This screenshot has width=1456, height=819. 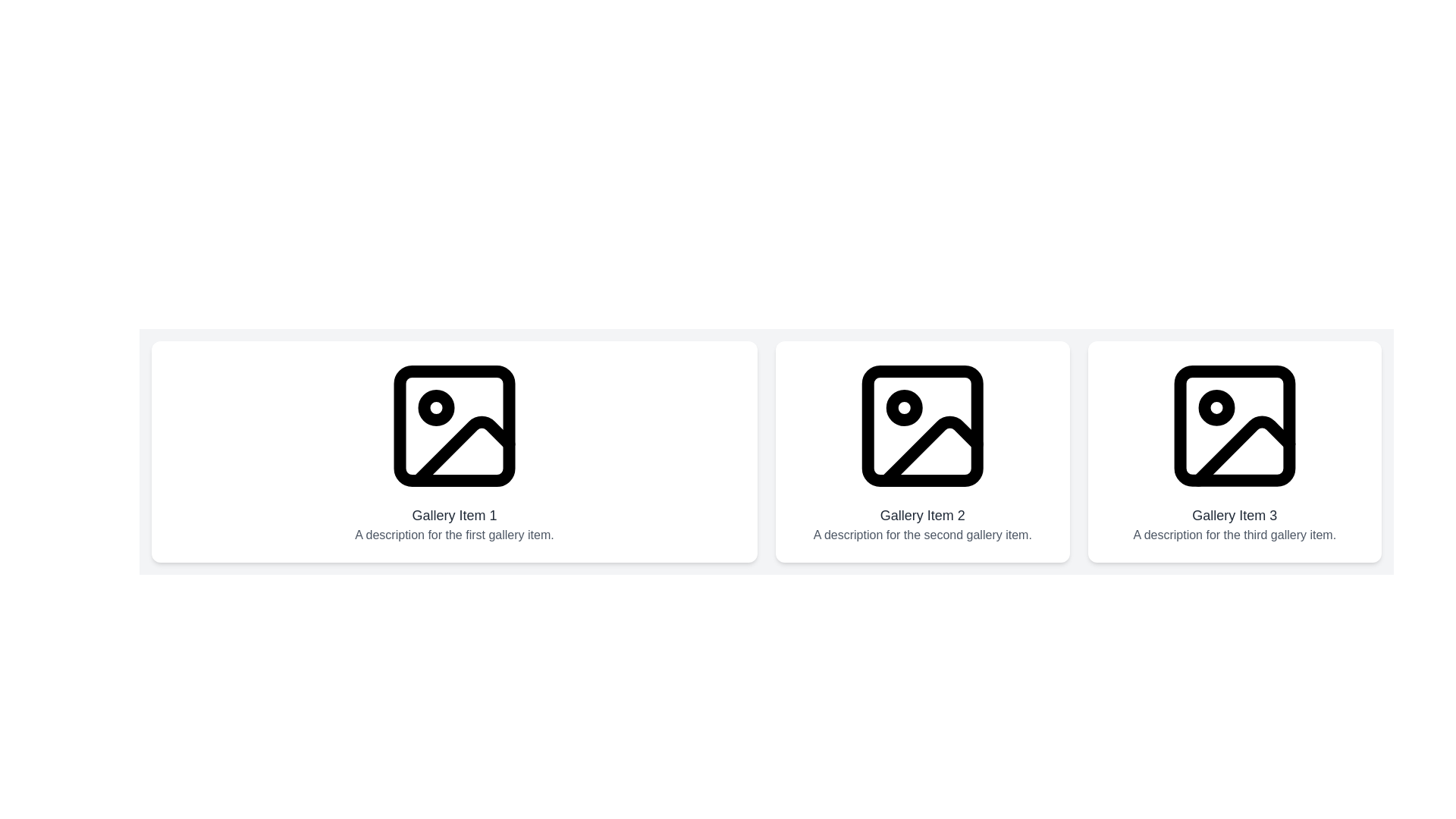 What do you see at coordinates (1235, 426) in the screenshot?
I see `the black outline icon of the image placeholder representing 'Gallery Item 3' to potentially select or view details` at bounding box center [1235, 426].